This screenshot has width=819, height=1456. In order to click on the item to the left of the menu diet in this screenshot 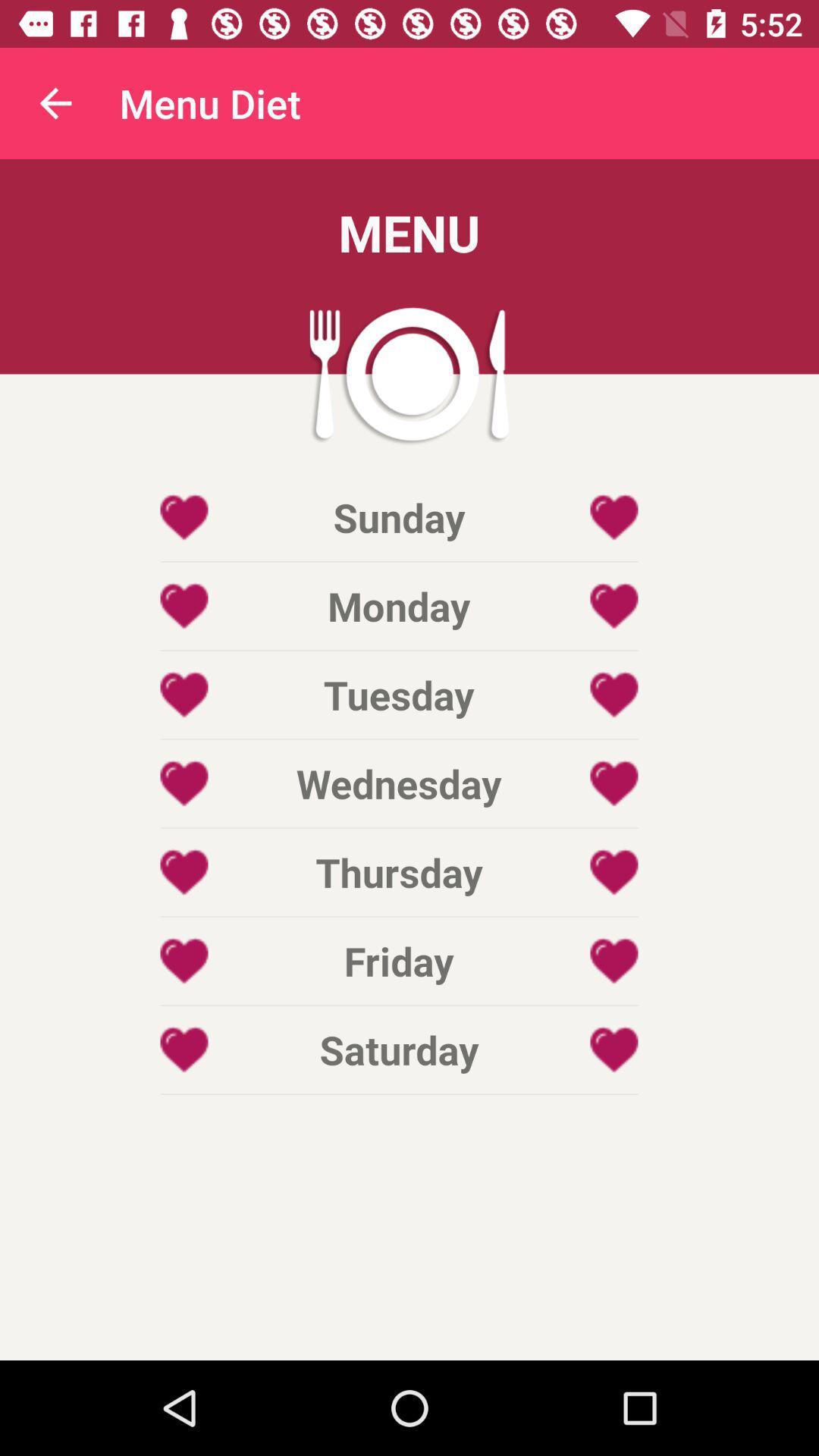, I will do `click(55, 102)`.